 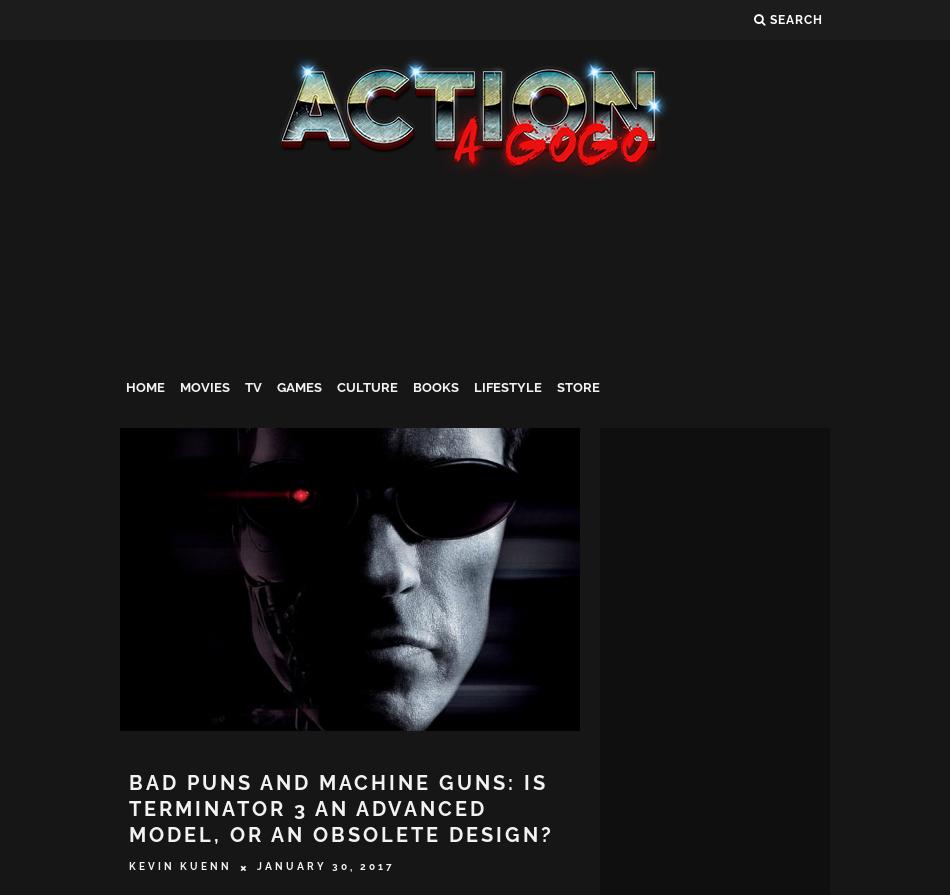 What do you see at coordinates (180, 865) in the screenshot?
I see `'Kevin Kuenn'` at bounding box center [180, 865].